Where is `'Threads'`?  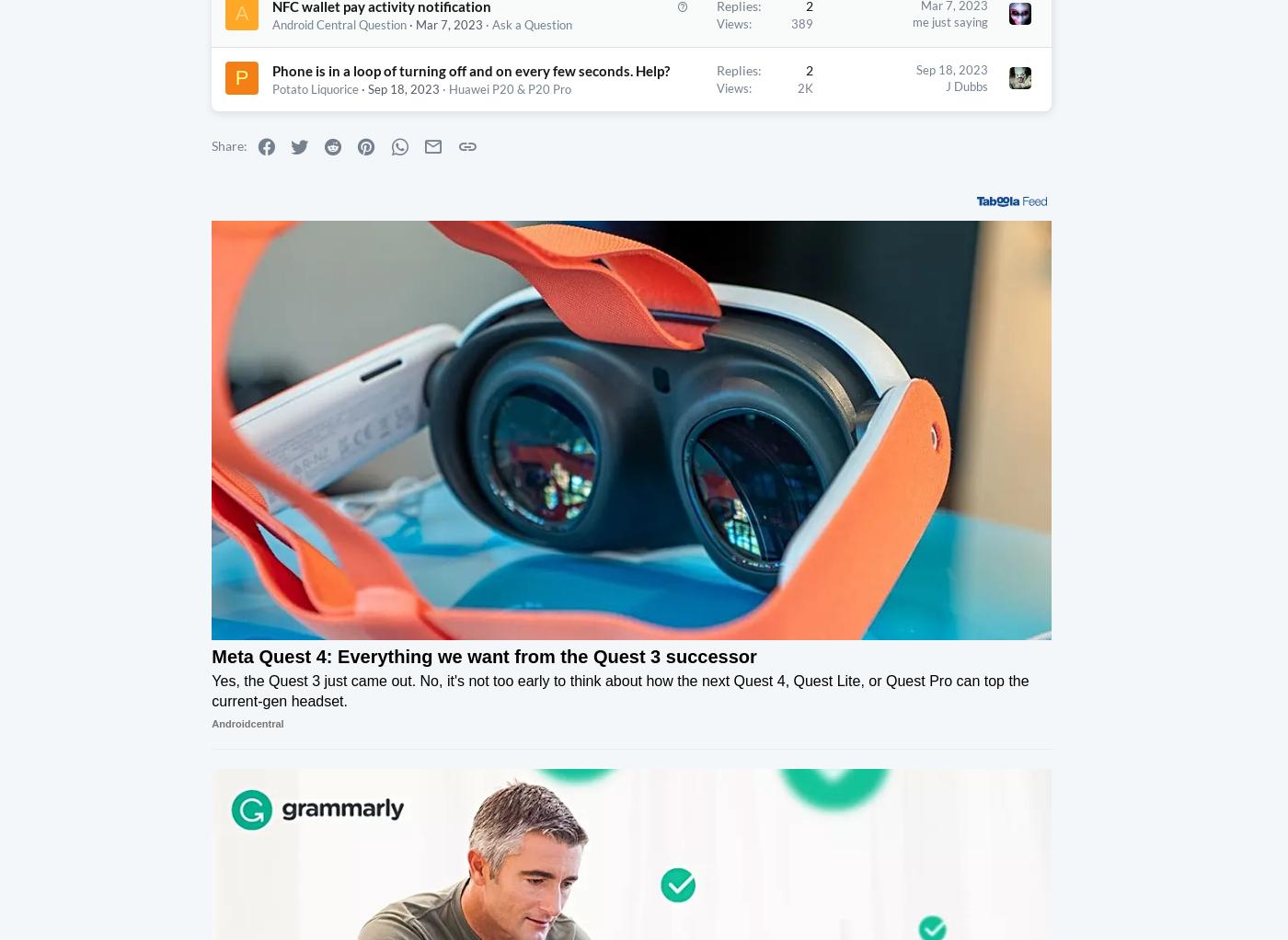 'Threads' is located at coordinates (1017, 353).